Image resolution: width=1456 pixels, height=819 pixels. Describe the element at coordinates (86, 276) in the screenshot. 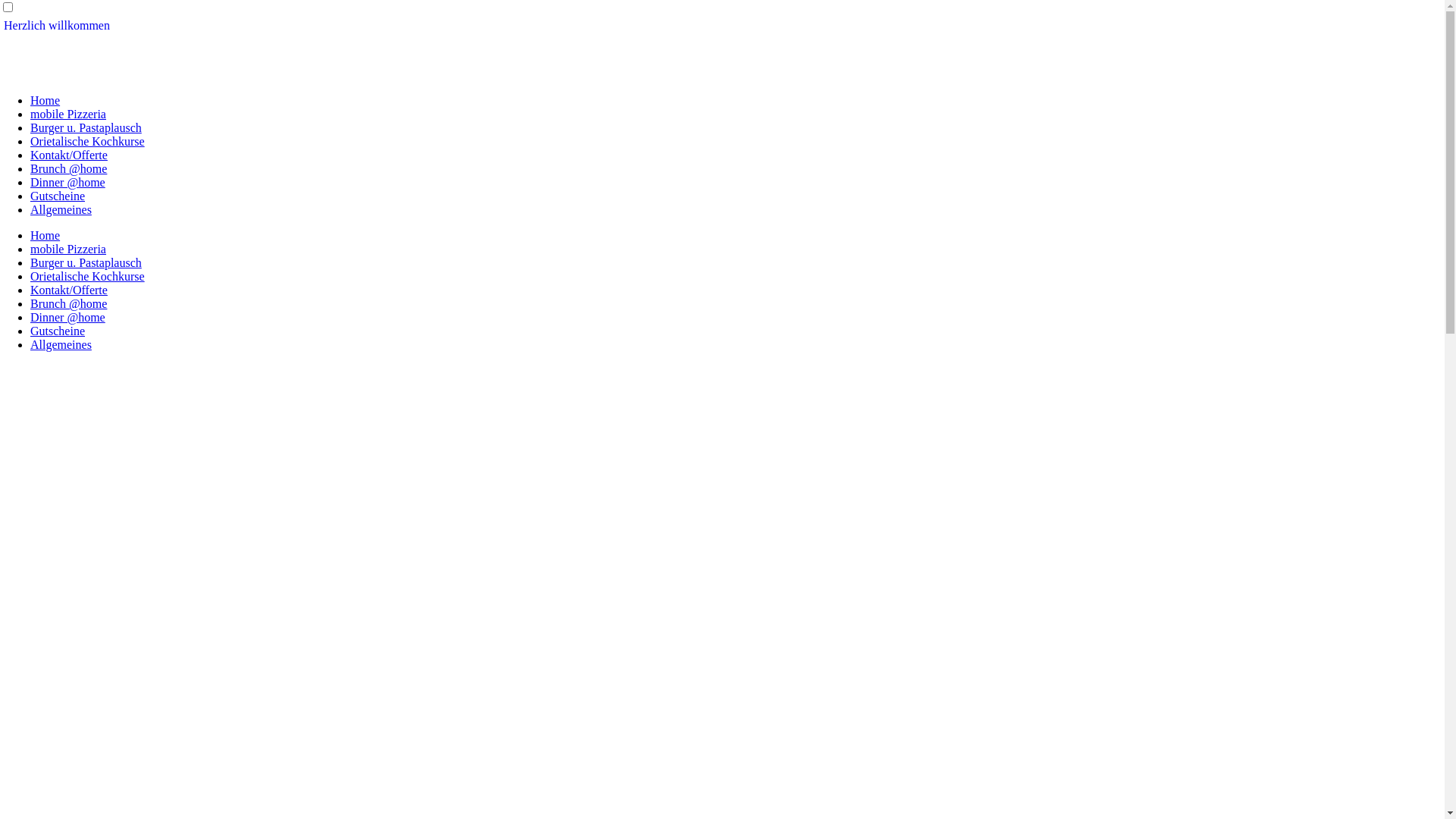

I see `'Orietalische Kochkurse'` at that location.